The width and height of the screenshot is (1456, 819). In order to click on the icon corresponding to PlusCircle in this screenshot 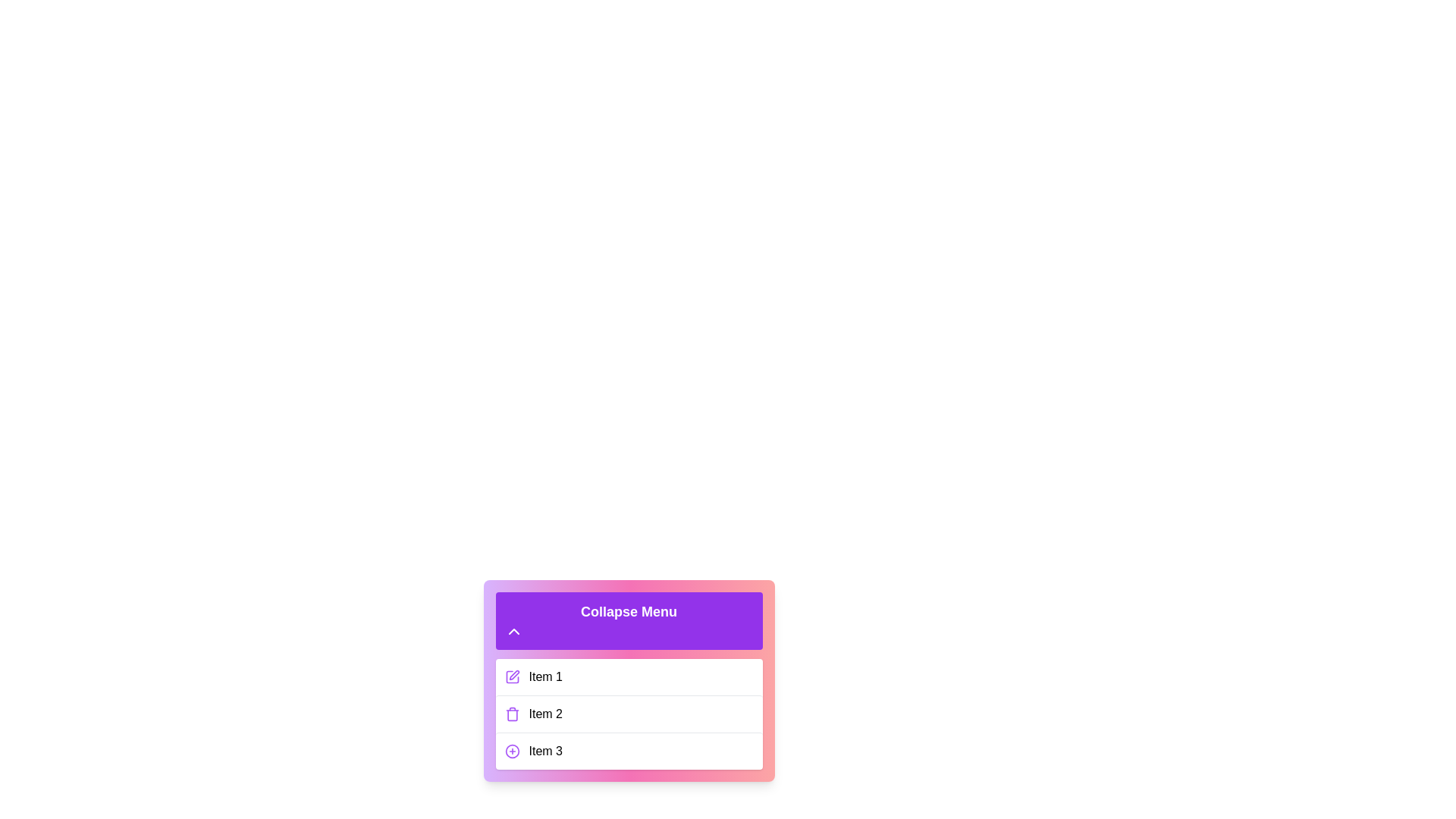, I will do `click(512, 752)`.